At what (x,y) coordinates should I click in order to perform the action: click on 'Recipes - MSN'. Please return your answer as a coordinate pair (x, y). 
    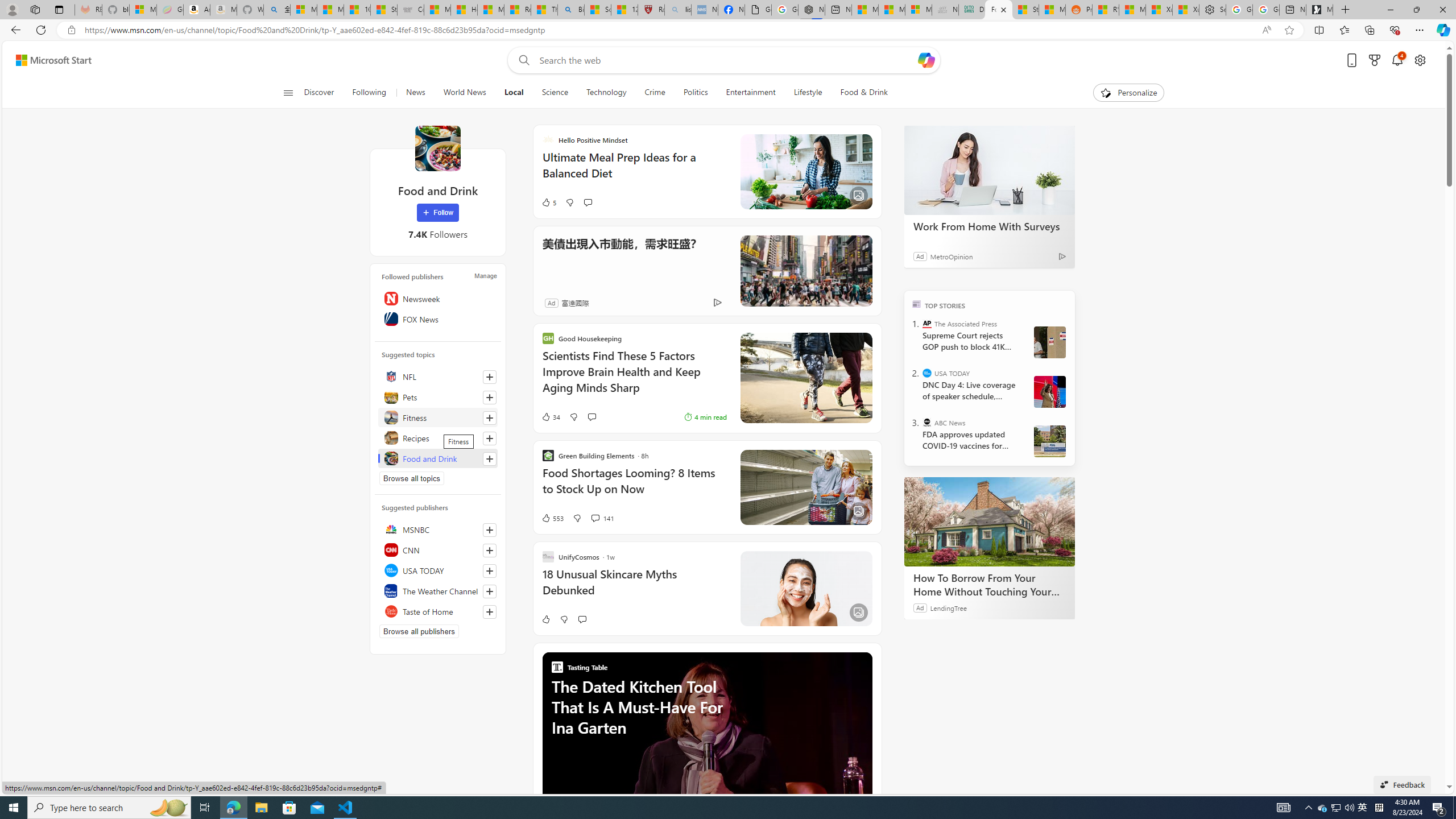
    Looking at the image, I should click on (517, 9).